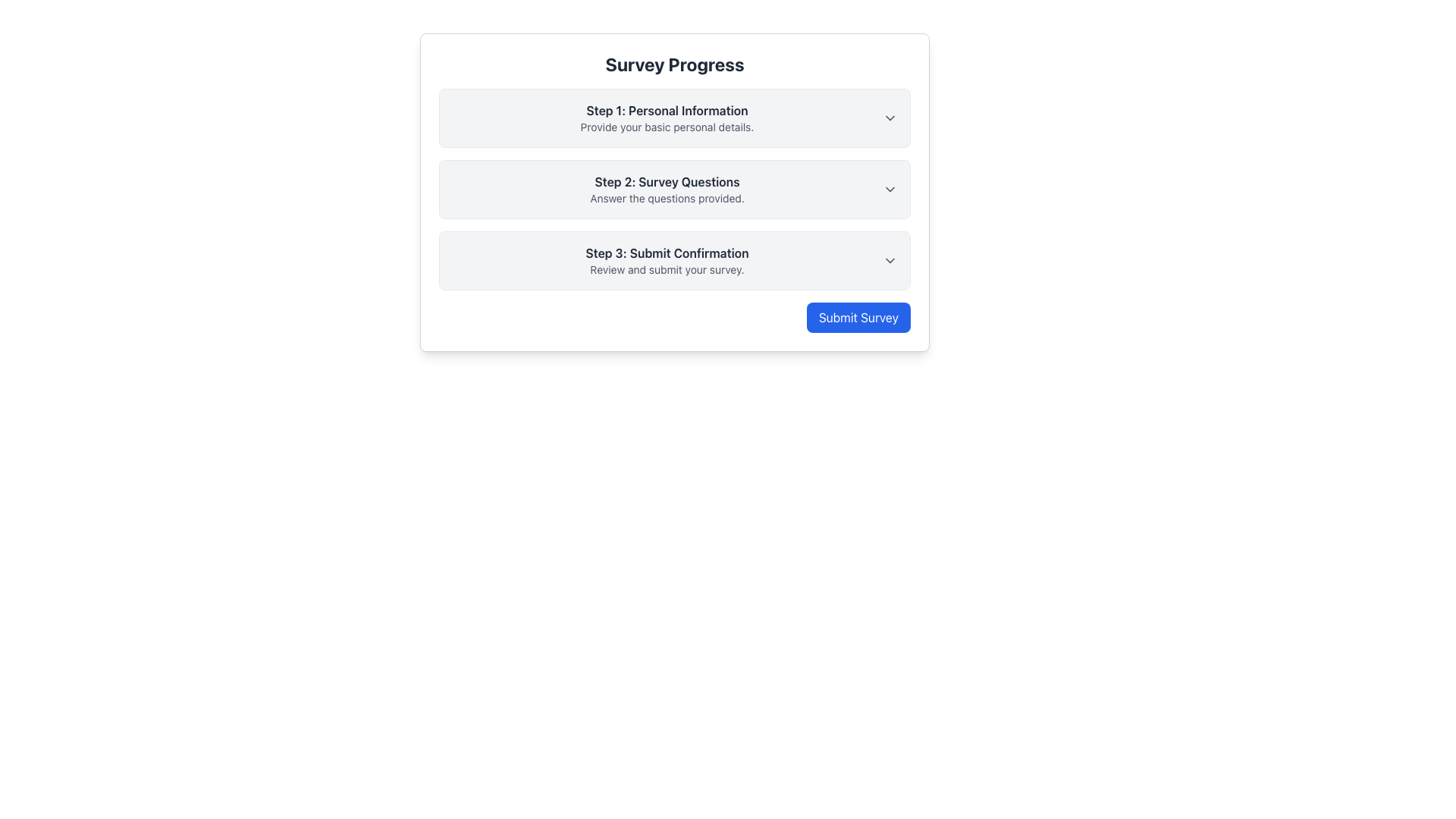 This screenshot has height=819, width=1456. Describe the element at coordinates (667, 110) in the screenshot. I see `text label that introduces the first step ('Personal Information') in the multi-step survey process, located at the top of the card below the heading 'Survey Progress'` at that location.